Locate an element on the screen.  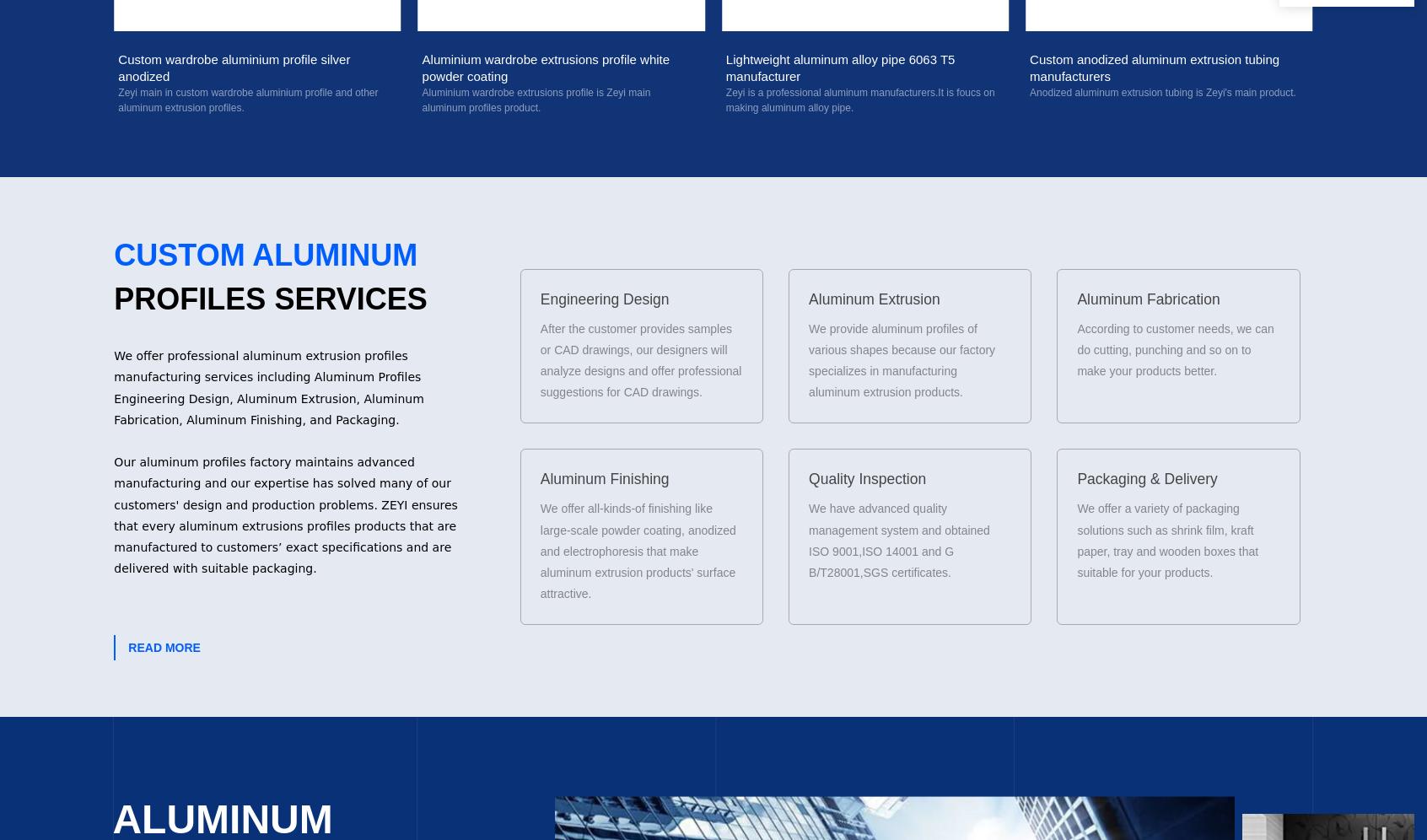
'READ MORE' is located at coordinates (163, 647).